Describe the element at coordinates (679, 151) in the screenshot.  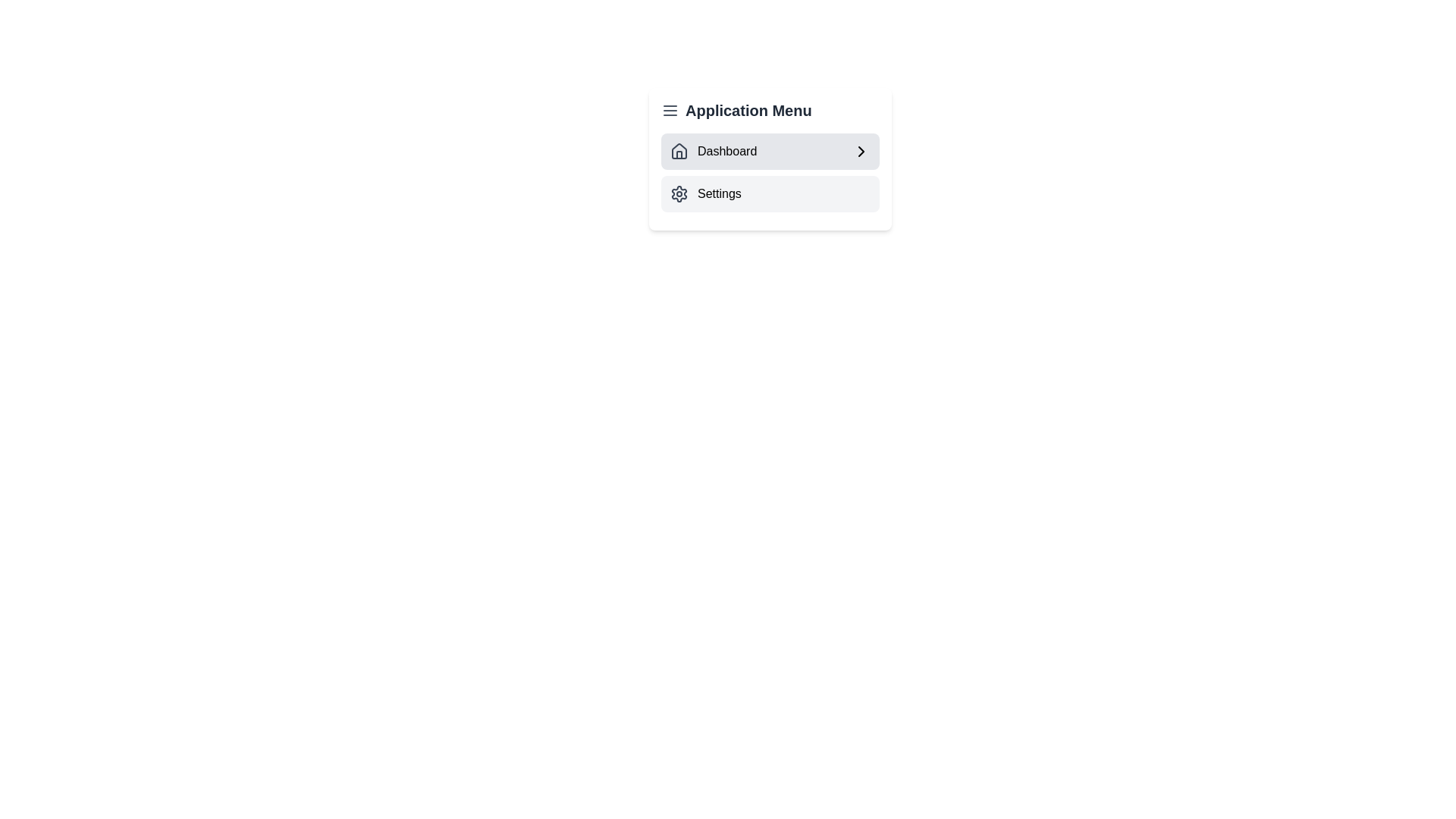
I see `the icon located` at that location.